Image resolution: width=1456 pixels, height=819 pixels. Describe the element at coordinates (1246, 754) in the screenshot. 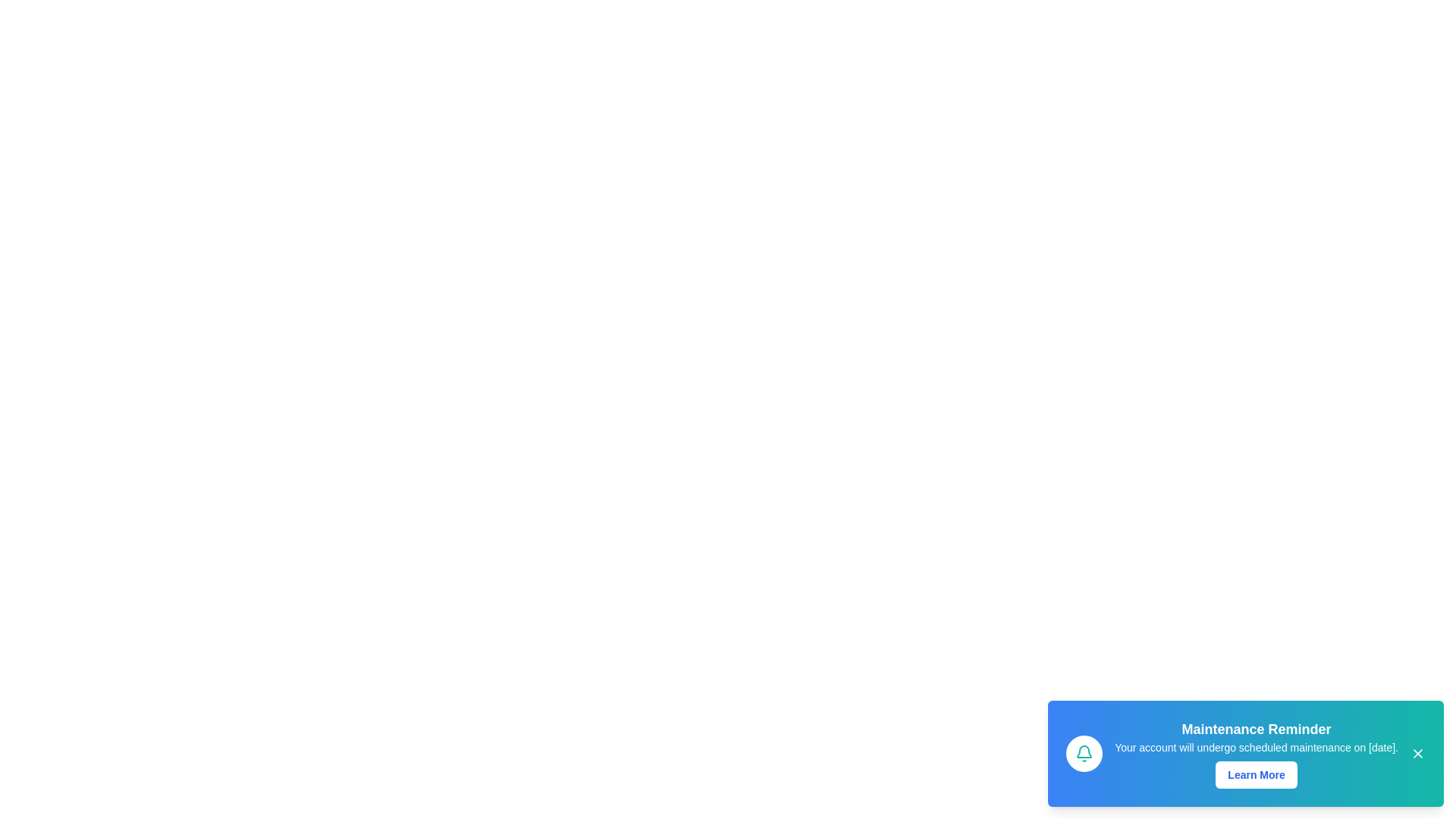

I see `the 'Learn More' button located within the Notification panel that displays the title 'Maintenance Reminder' with a blue to teal gradient background` at that location.